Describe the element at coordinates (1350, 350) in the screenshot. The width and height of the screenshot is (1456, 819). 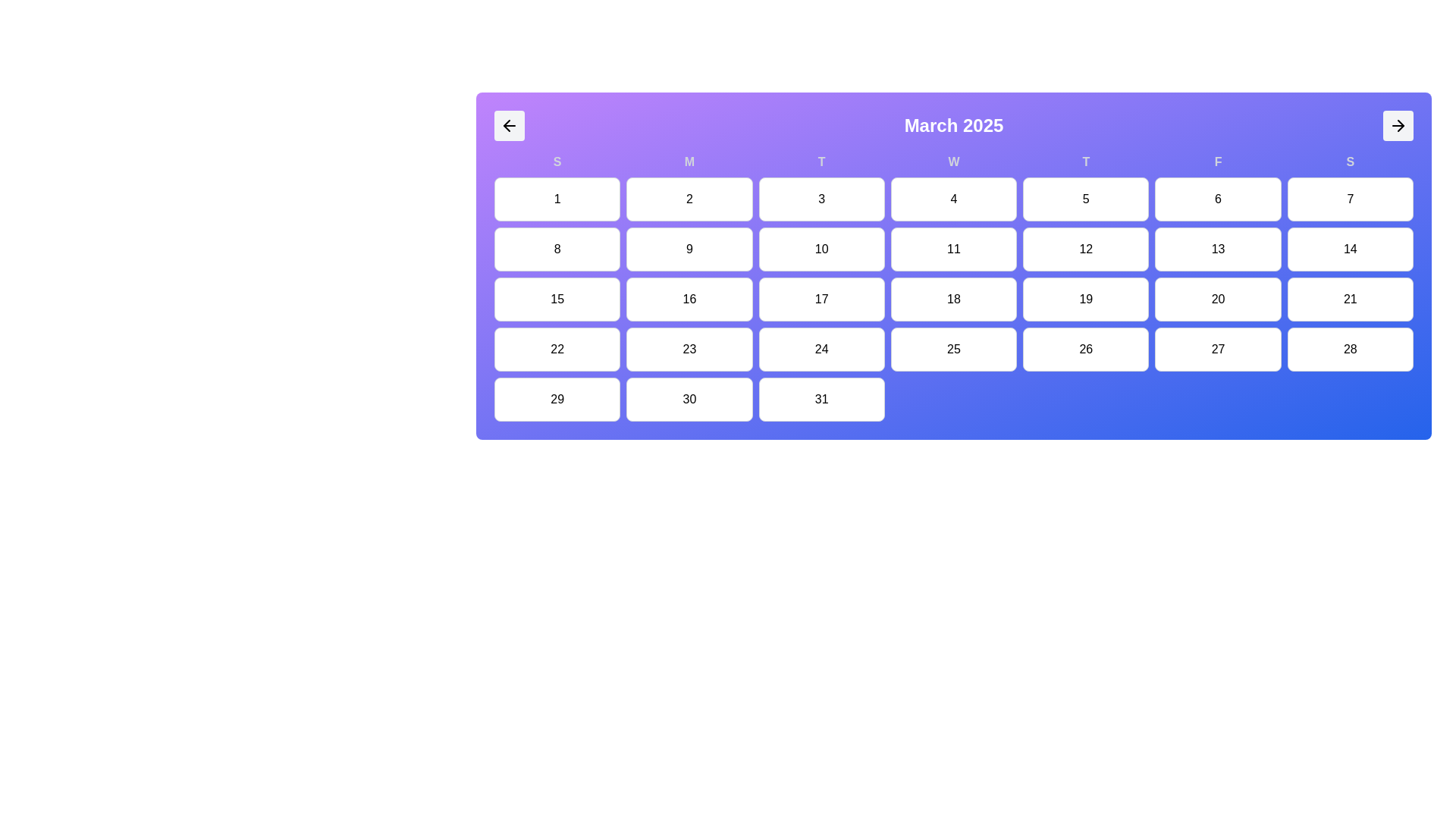
I see `the clickable calendar grid cell representing the 28th day` at that location.